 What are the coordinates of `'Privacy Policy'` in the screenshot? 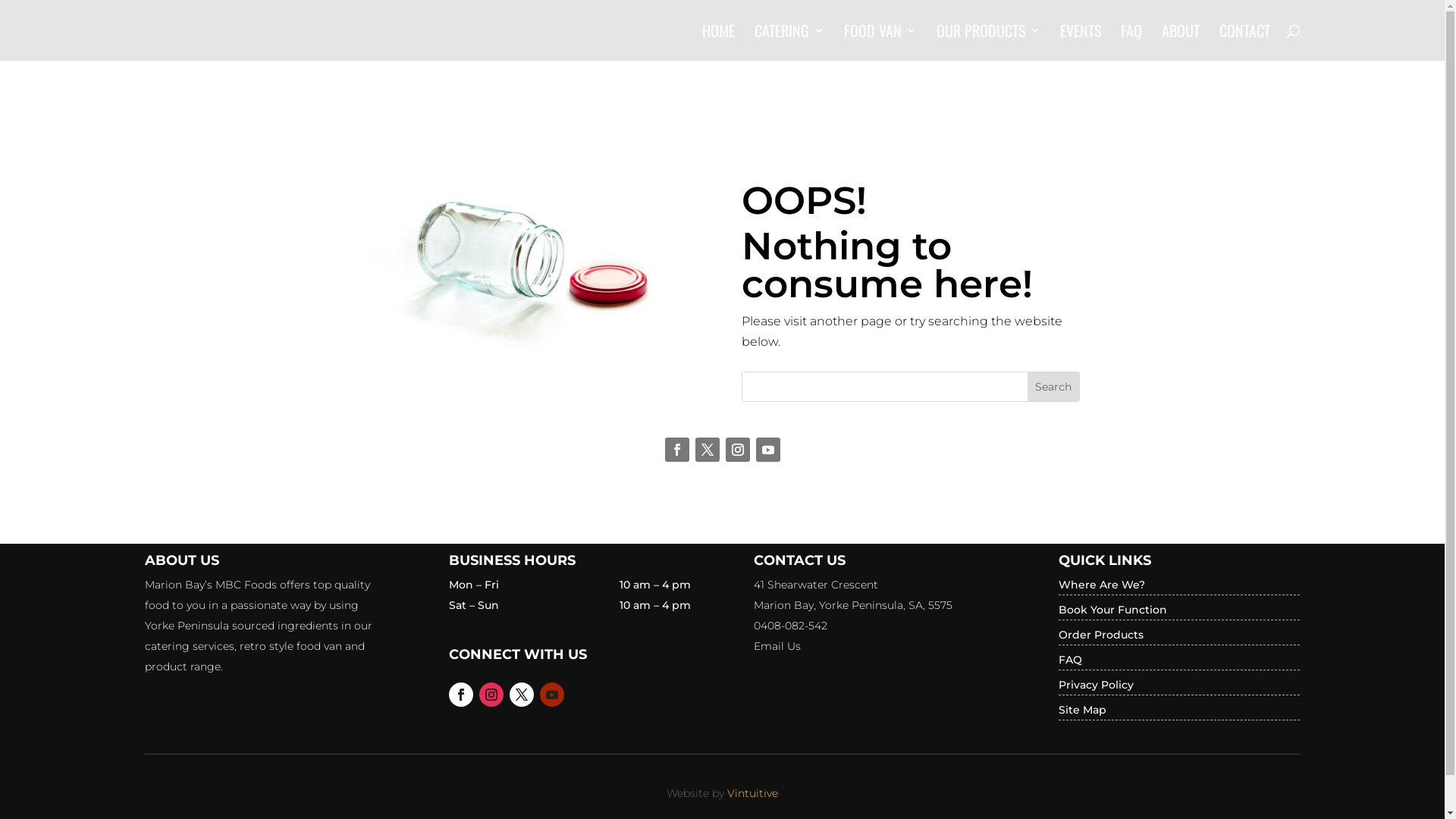 It's located at (1096, 684).